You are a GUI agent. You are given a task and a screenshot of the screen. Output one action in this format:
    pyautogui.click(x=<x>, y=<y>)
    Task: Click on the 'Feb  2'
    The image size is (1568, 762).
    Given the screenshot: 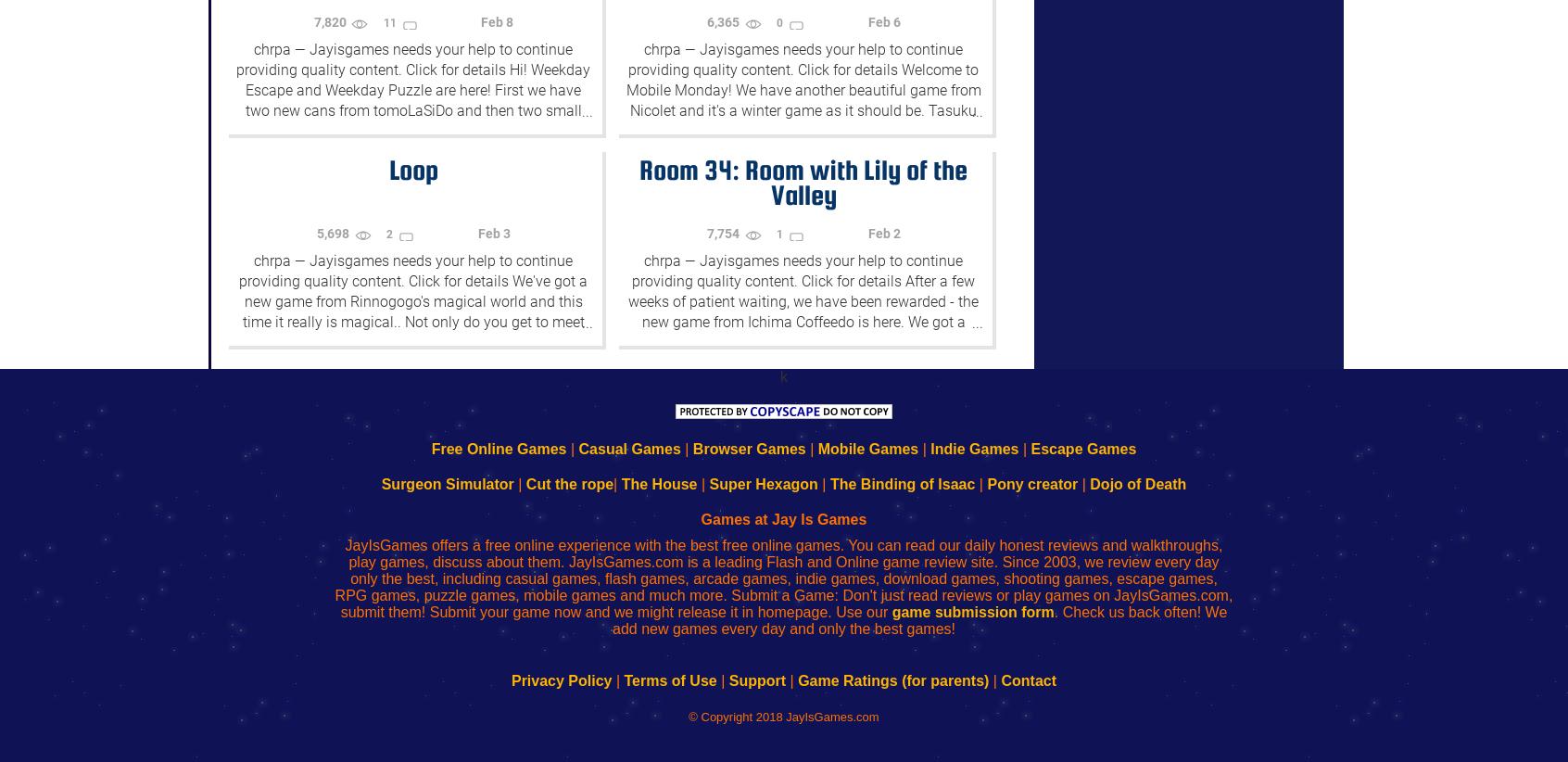 What is the action you would take?
    pyautogui.click(x=883, y=233)
    